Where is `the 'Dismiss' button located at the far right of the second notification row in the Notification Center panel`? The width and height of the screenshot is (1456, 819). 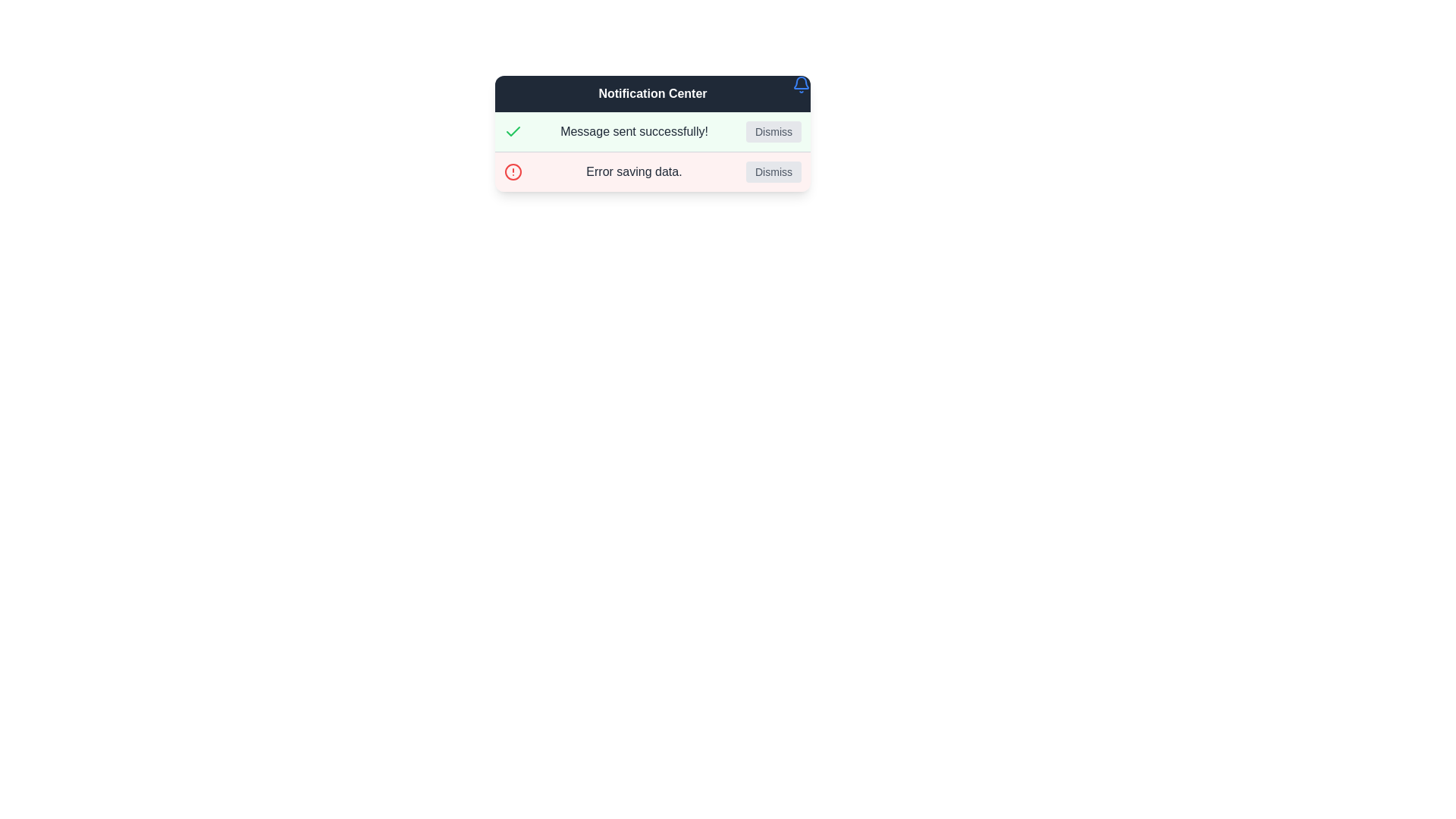 the 'Dismiss' button located at the far right of the second notification row in the Notification Center panel is located at coordinates (773, 171).